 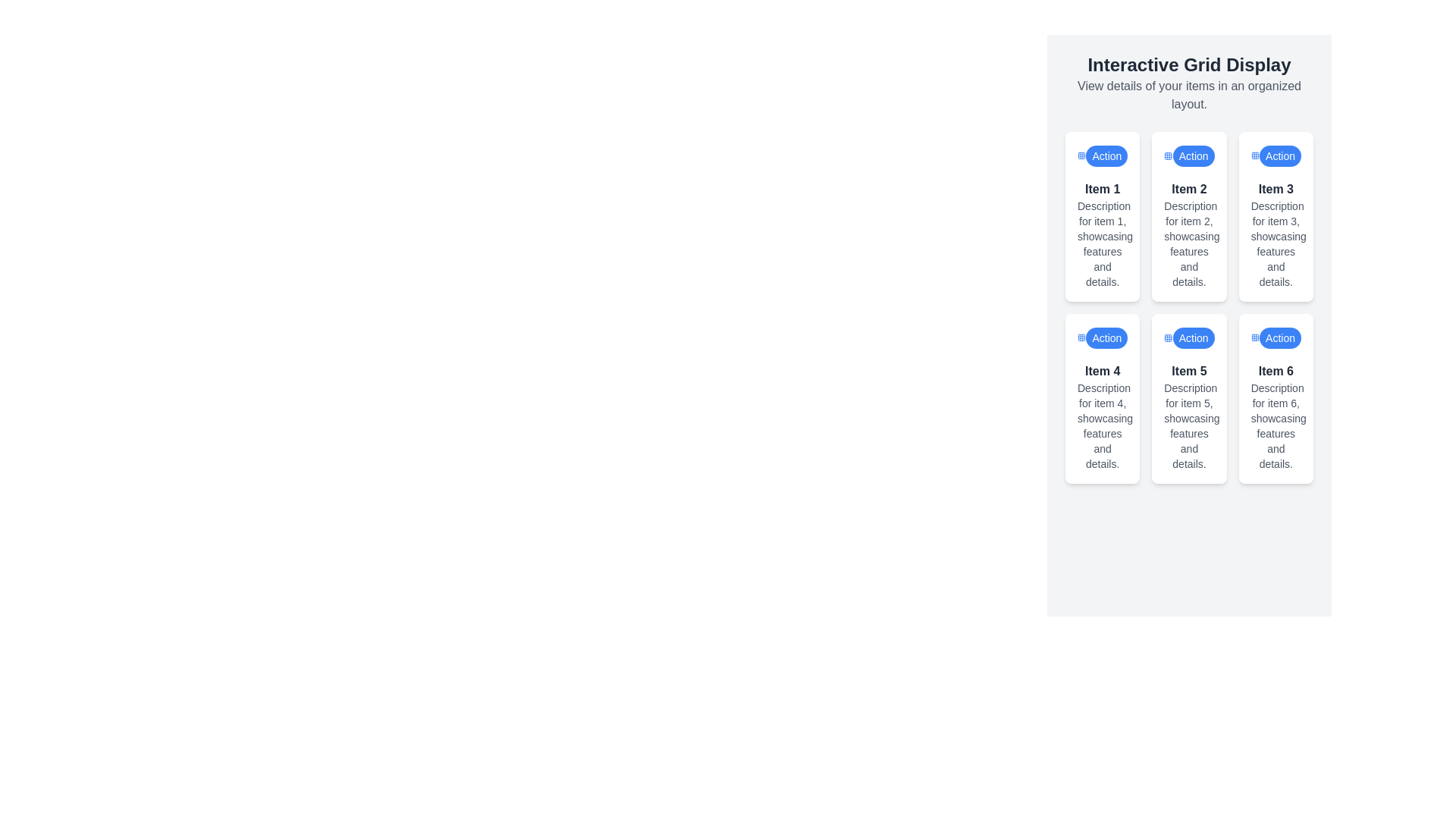 What do you see at coordinates (1275, 216) in the screenshot?
I see `the third card in the top row of the three-column grid layout that displays details about 'Item 3'` at bounding box center [1275, 216].